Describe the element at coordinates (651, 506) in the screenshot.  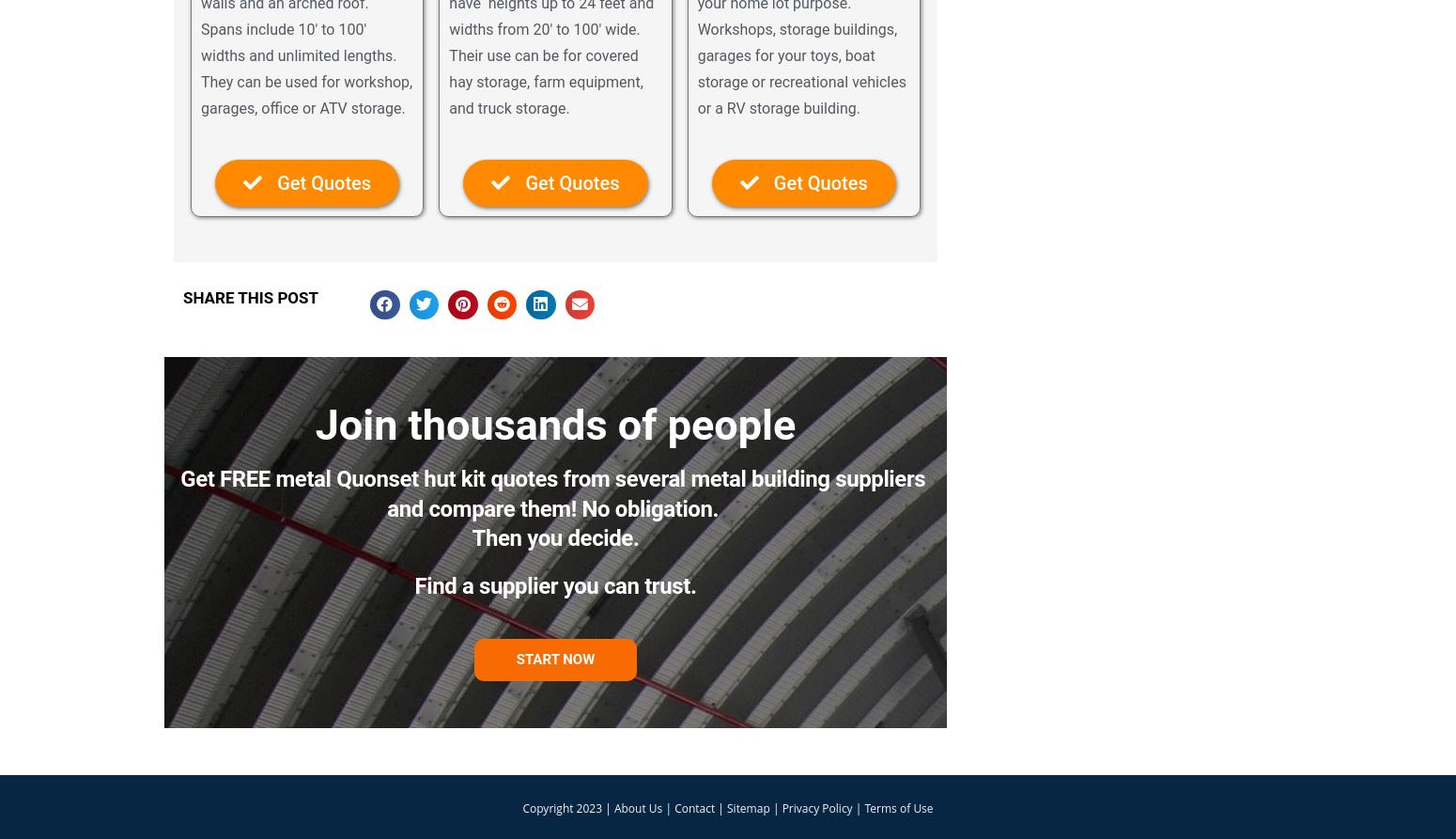
I see `'No obligation.'` at that location.